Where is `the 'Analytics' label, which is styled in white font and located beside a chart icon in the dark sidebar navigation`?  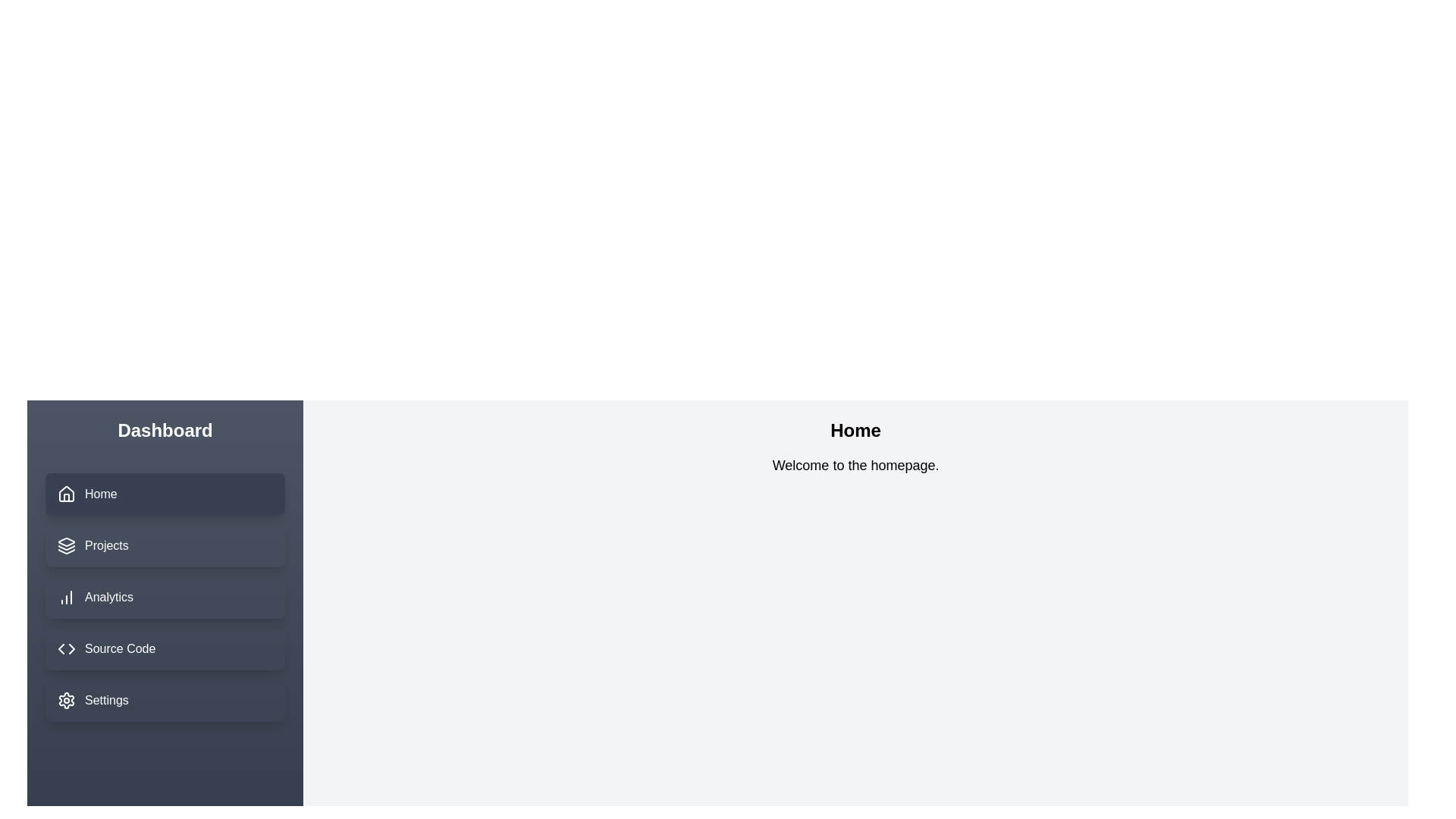
the 'Analytics' label, which is styled in white font and located beside a chart icon in the dark sidebar navigation is located at coordinates (108, 596).